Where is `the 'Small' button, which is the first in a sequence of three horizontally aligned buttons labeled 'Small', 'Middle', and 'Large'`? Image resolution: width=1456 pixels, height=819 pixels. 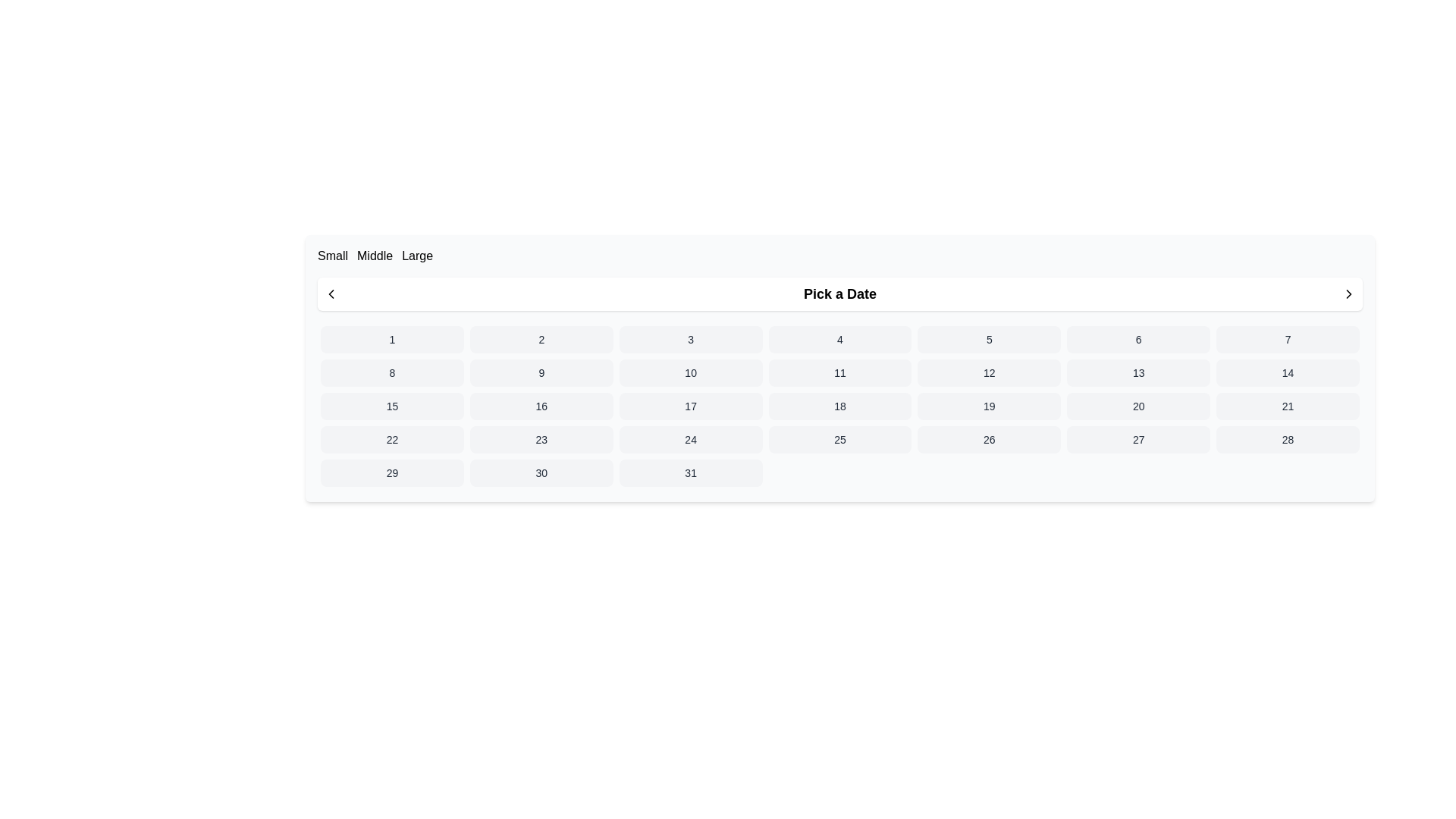
the 'Small' button, which is the first in a sequence of three horizontally aligned buttons labeled 'Small', 'Middle', and 'Large' is located at coordinates (332, 256).